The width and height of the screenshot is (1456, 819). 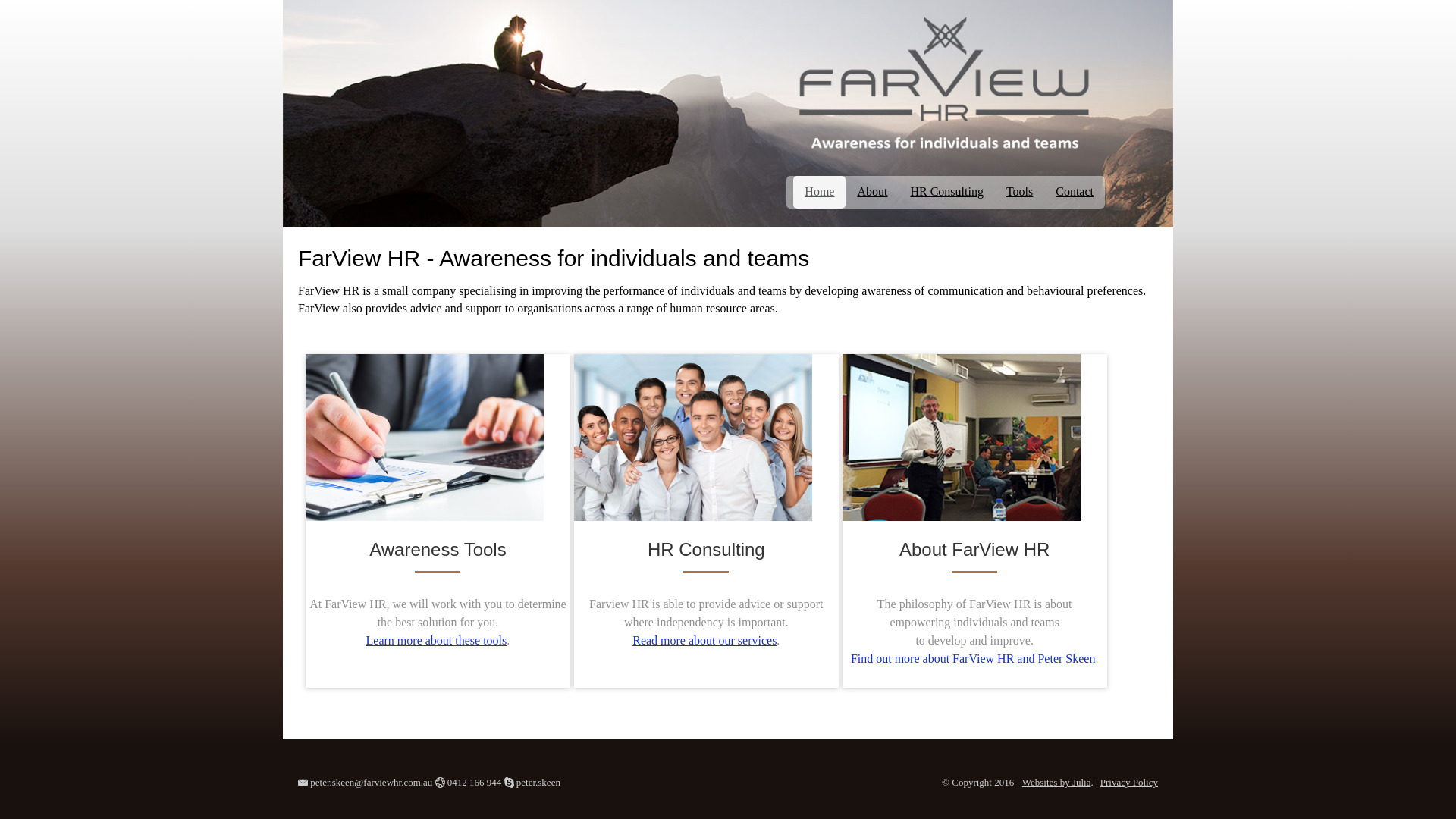 What do you see at coordinates (436, 640) in the screenshot?
I see `'Learn more about these tools'` at bounding box center [436, 640].